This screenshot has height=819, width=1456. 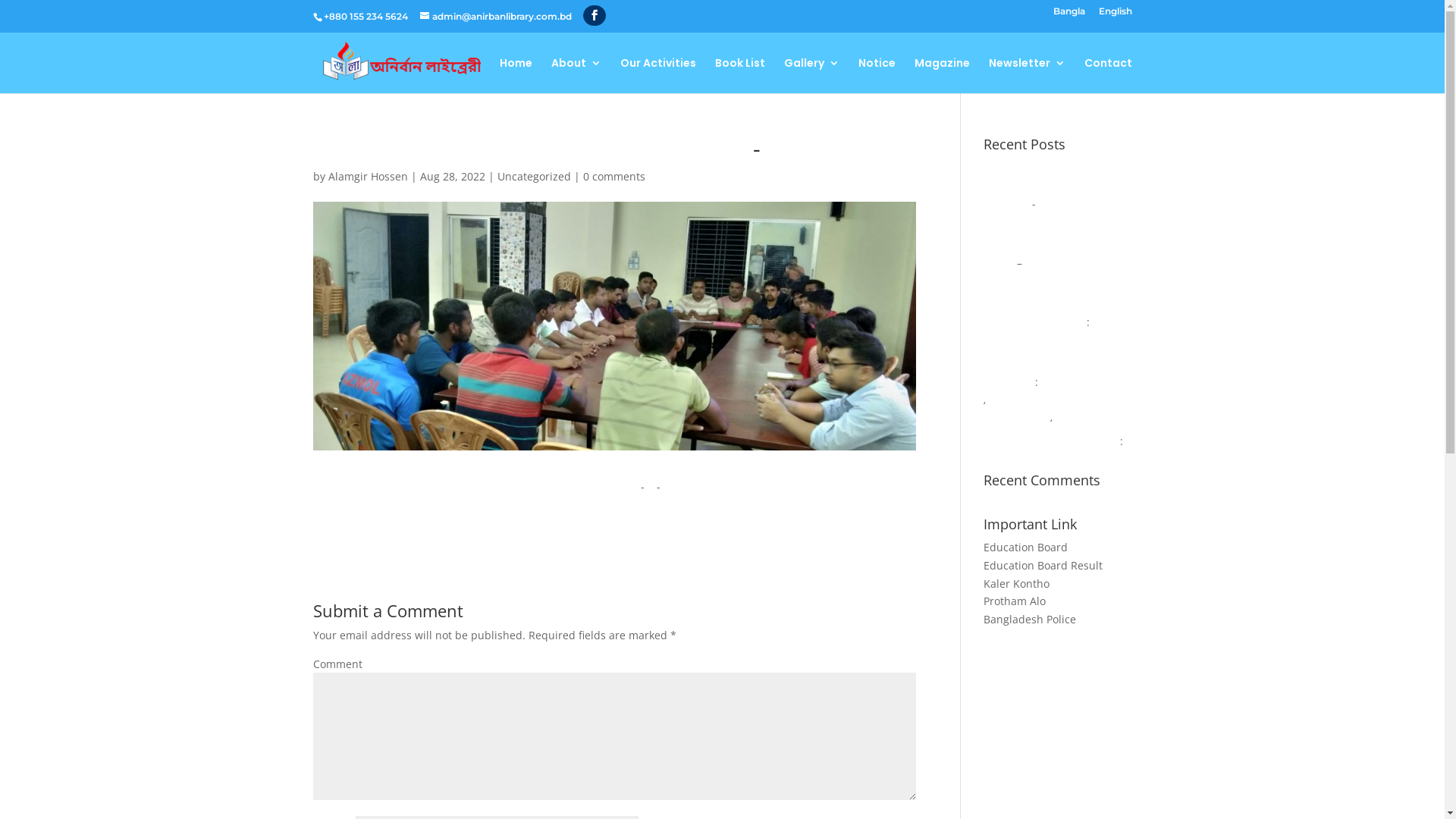 What do you see at coordinates (497, 175) in the screenshot?
I see `'Uncategorized'` at bounding box center [497, 175].